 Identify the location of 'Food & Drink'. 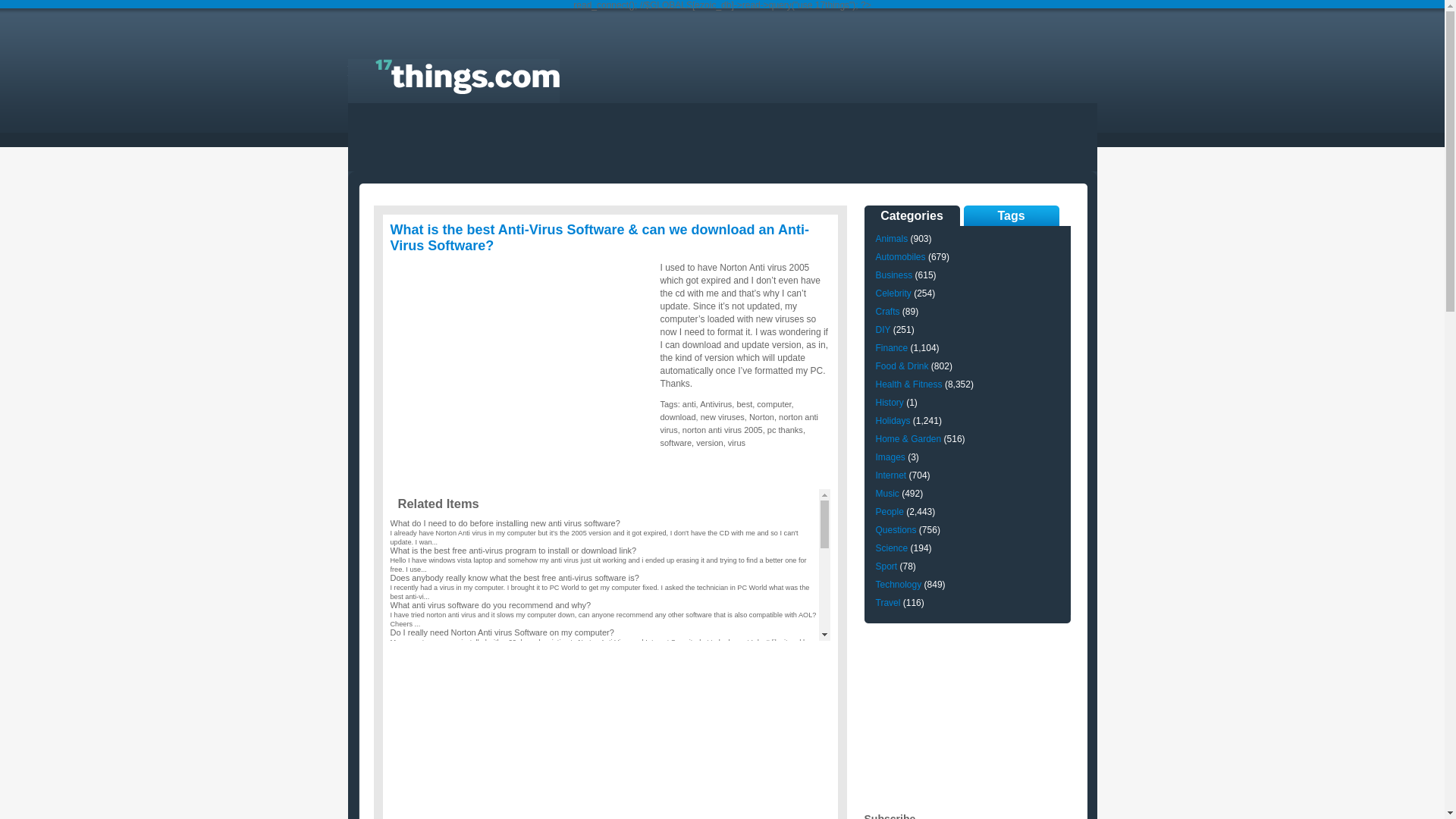
(902, 366).